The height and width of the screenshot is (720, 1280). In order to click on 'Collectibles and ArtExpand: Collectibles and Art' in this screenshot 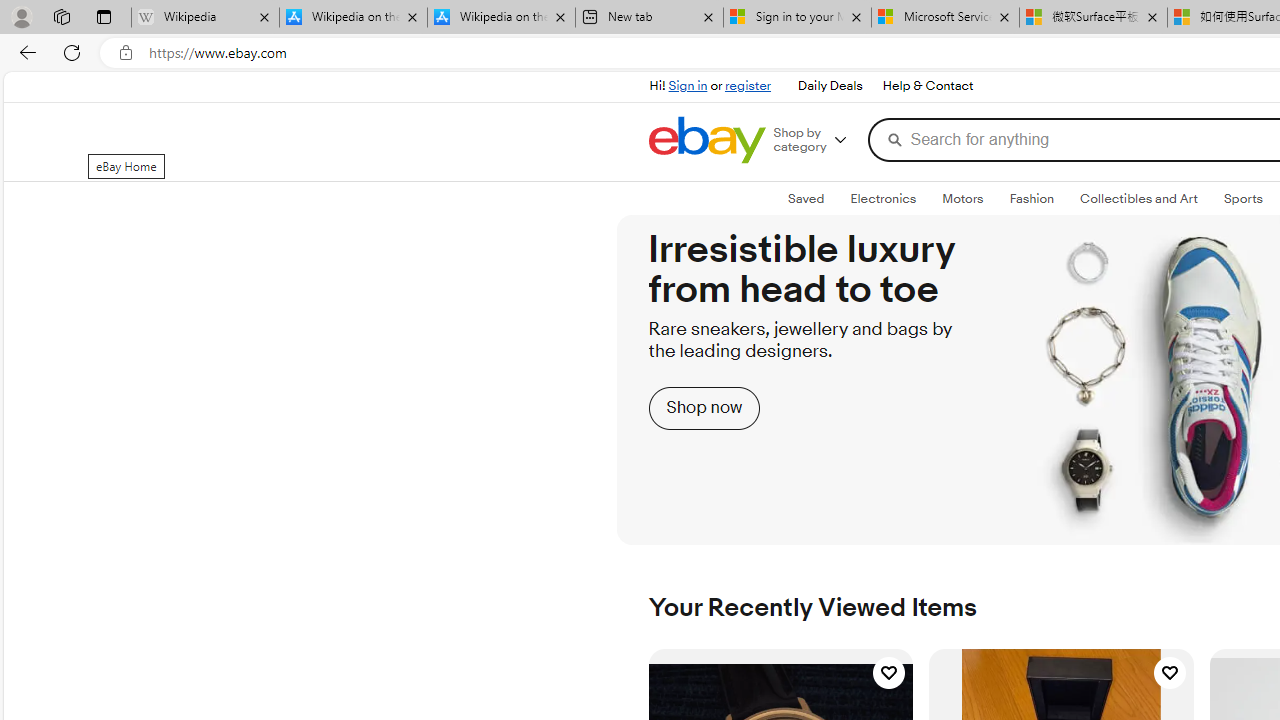, I will do `click(1139, 199)`.